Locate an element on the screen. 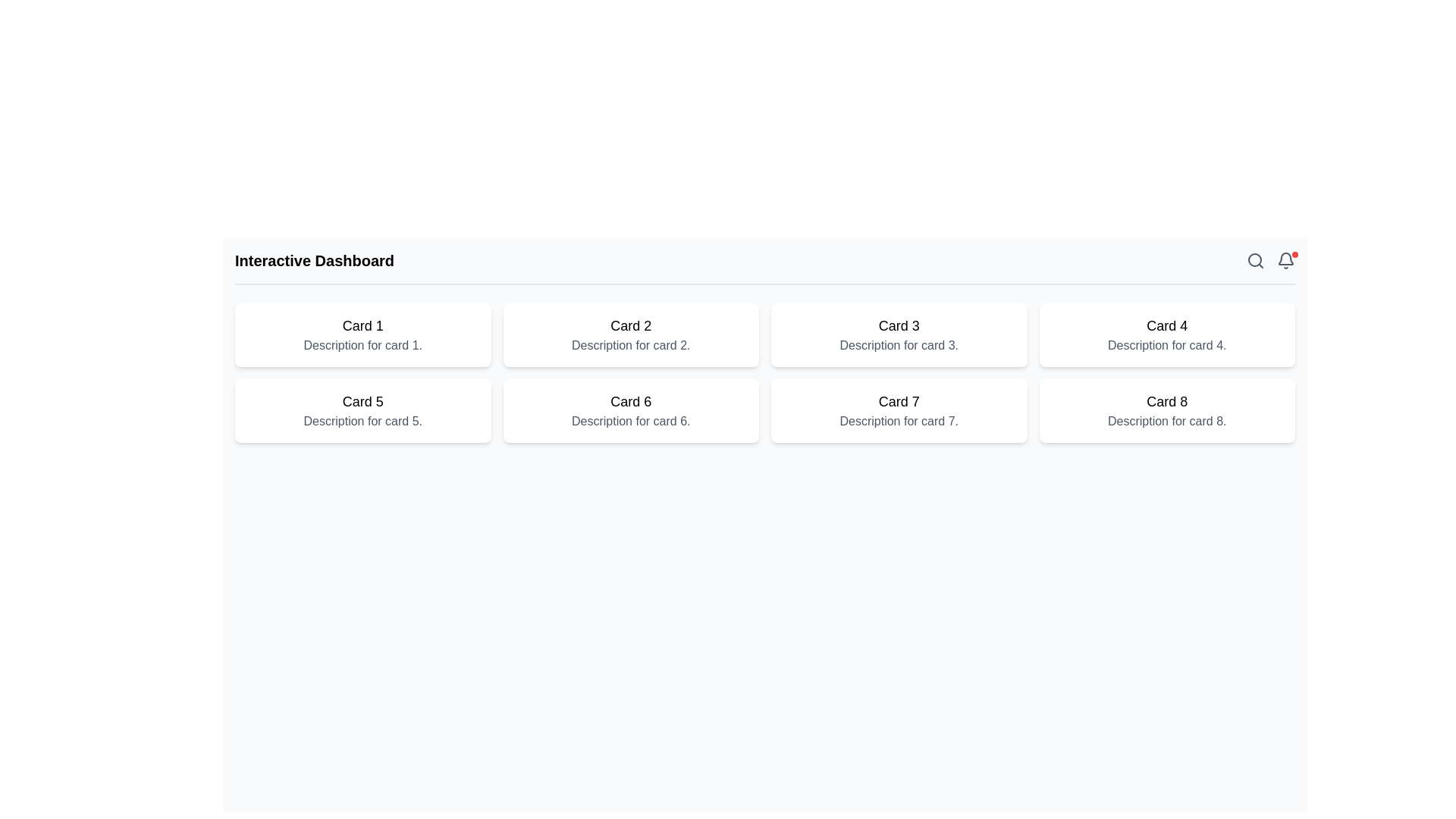 Image resolution: width=1456 pixels, height=819 pixels. the notification bell icon with a red badge is located at coordinates (1285, 259).